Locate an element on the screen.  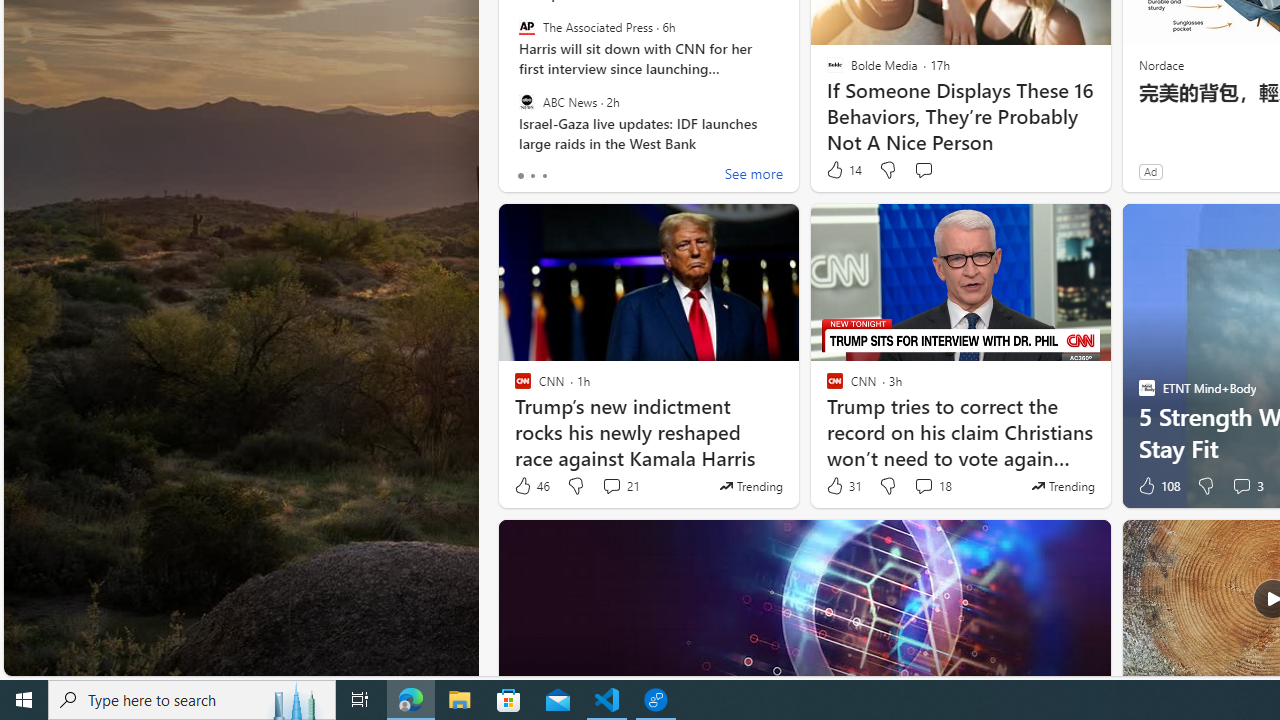
'tab-2' is located at coordinates (544, 175).